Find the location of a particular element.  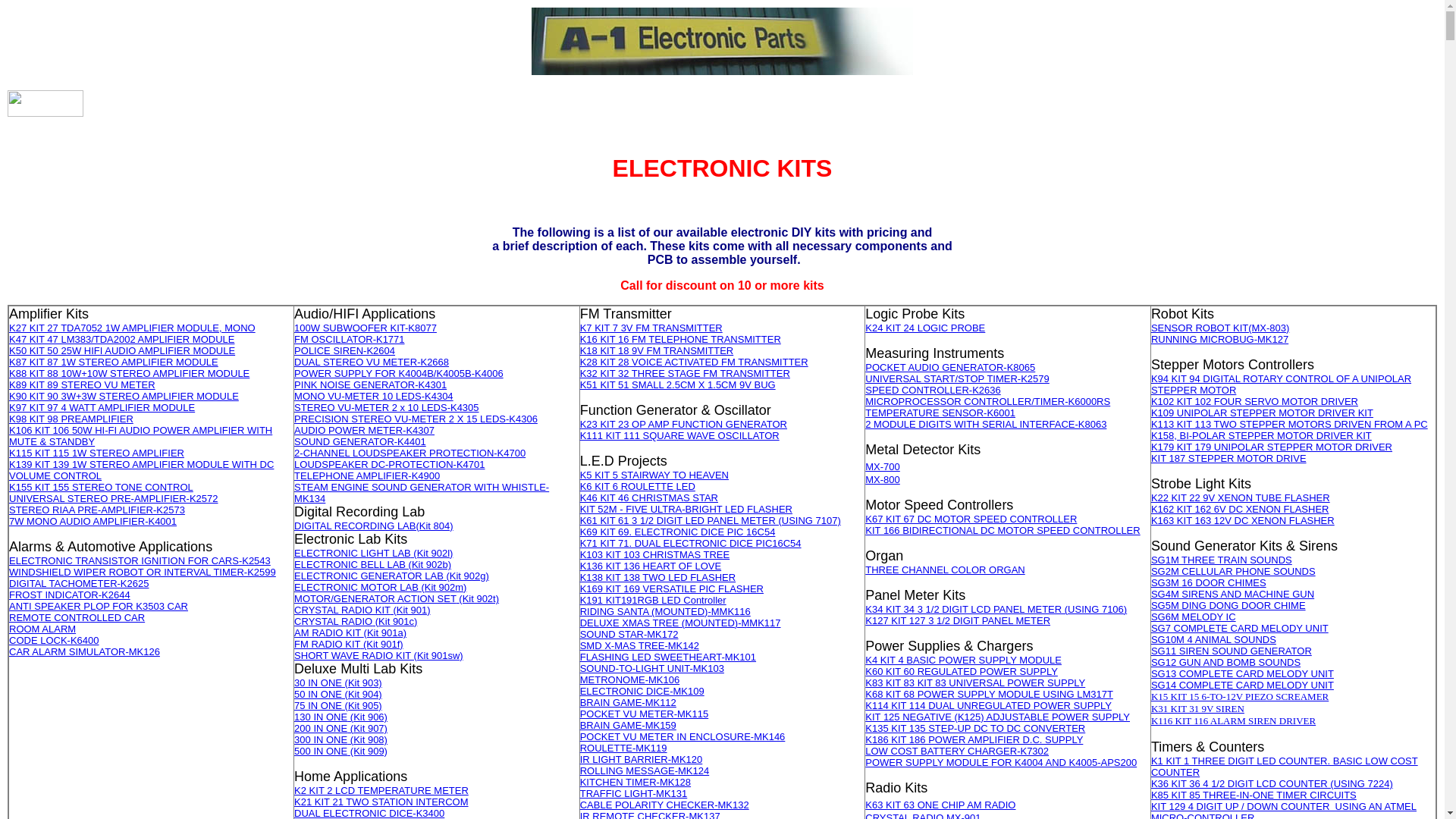

'K102 KIT 102 FOUR SERVO MOTOR DRIVER' is located at coordinates (1254, 400).